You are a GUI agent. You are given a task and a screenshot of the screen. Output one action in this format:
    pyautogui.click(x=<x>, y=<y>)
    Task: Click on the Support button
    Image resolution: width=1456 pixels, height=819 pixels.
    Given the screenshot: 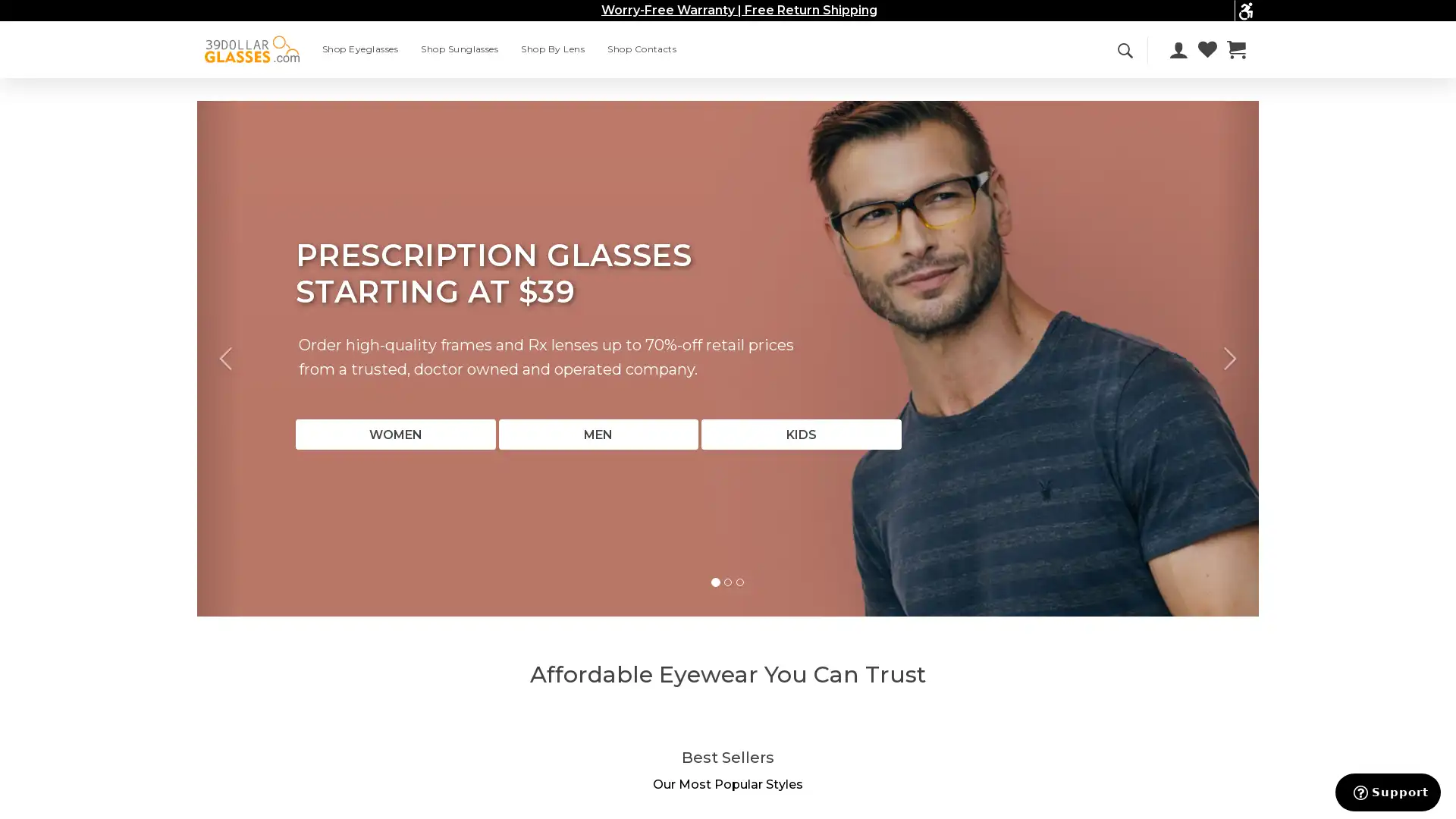 What is the action you would take?
    pyautogui.click(x=1388, y=792)
    